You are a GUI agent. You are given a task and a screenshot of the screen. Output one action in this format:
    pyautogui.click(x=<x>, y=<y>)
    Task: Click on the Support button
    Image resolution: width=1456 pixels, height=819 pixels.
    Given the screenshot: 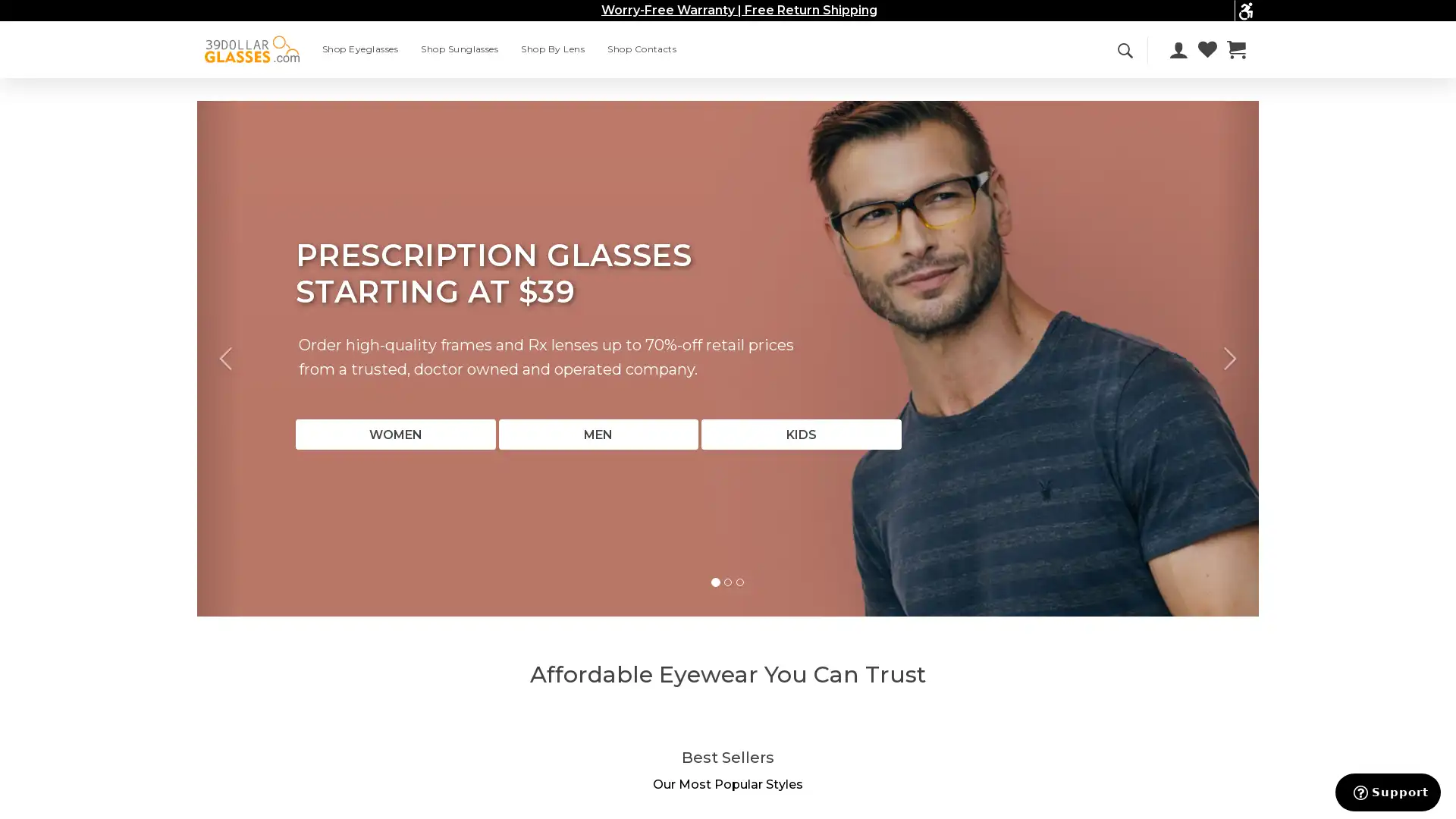 What is the action you would take?
    pyautogui.click(x=1388, y=792)
    